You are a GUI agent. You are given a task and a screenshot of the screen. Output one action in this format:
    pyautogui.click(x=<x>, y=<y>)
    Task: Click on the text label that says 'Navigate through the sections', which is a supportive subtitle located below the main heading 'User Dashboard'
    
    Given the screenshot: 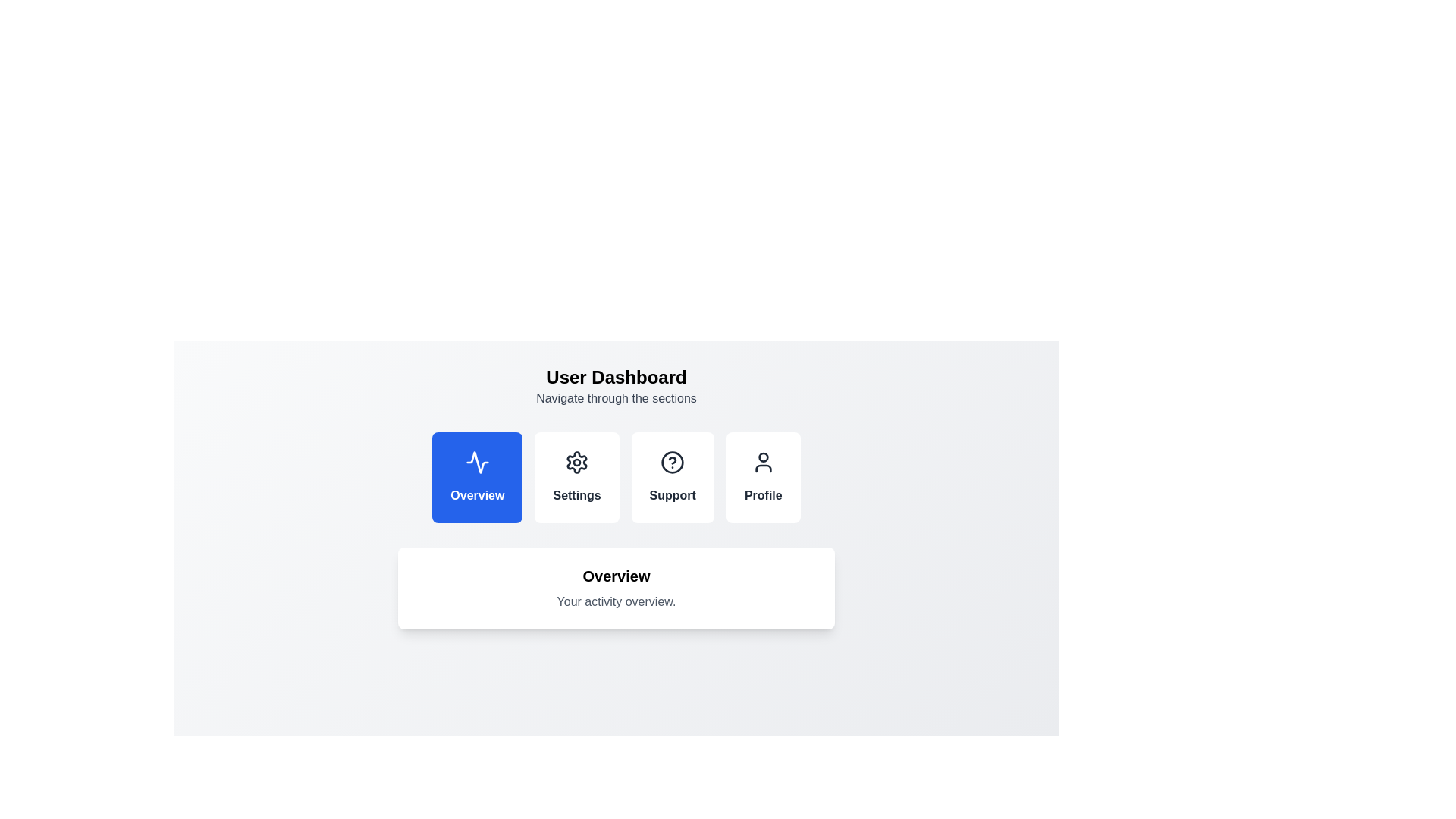 What is the action you would take?
    pyautogui.click(x=616, y=397)
    